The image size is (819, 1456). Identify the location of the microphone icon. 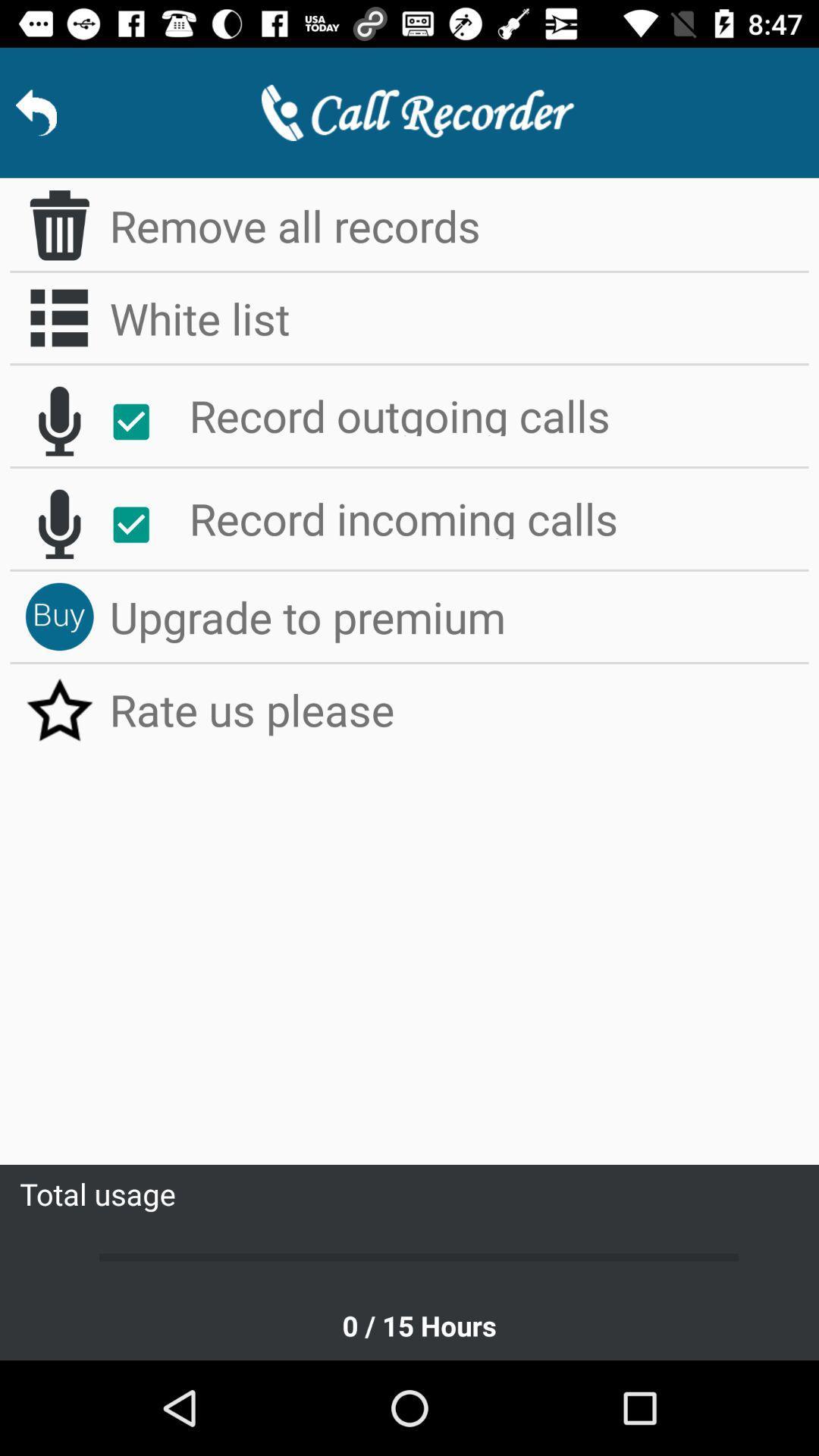
(58, 524).